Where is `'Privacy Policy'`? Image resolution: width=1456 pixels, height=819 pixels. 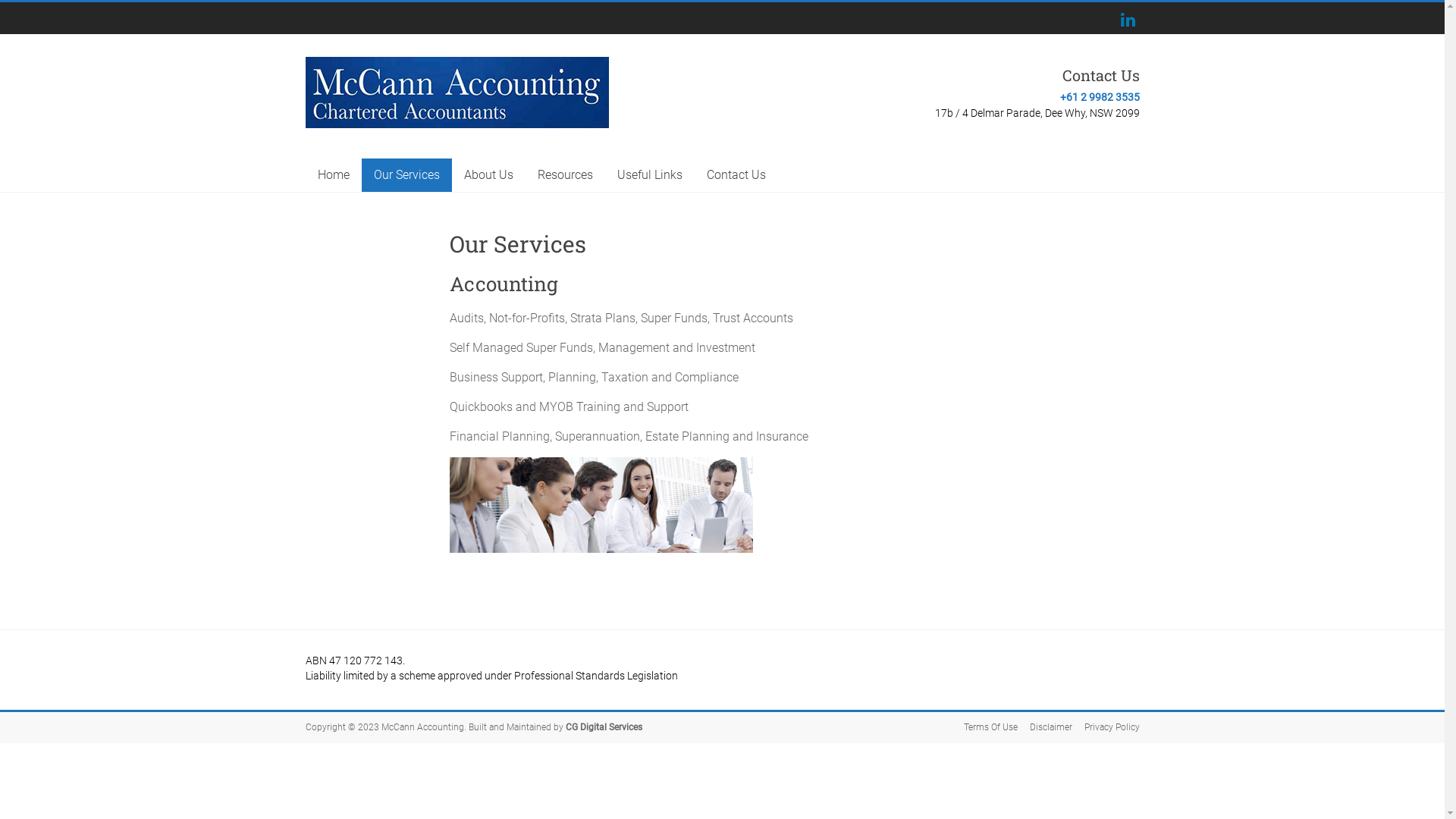
'Privacy Policy' is located at coordinates (1106, 726).